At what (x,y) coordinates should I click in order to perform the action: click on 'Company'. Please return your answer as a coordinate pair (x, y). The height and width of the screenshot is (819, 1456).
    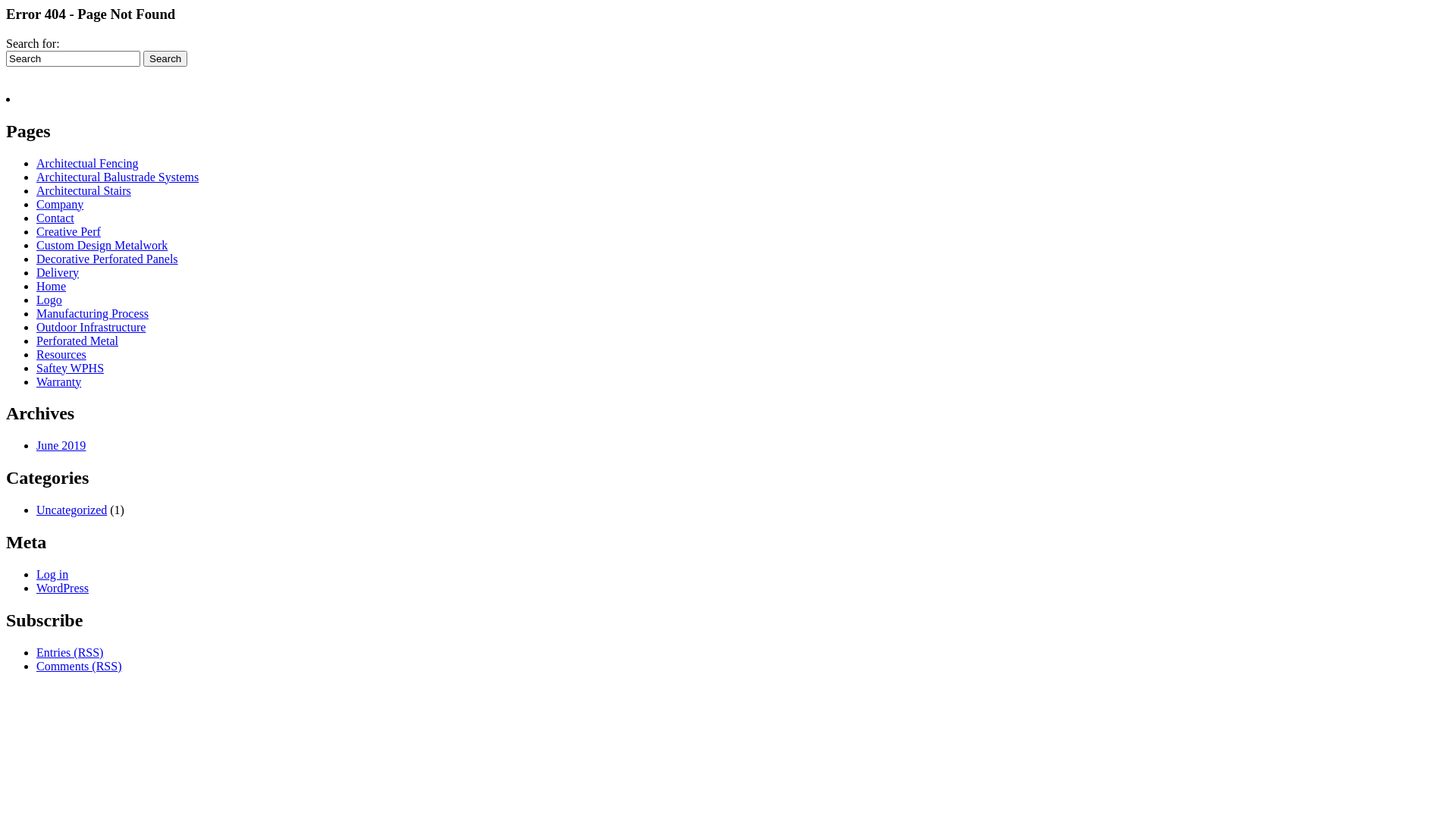
    Looking at the image, I should click on (59, 203).